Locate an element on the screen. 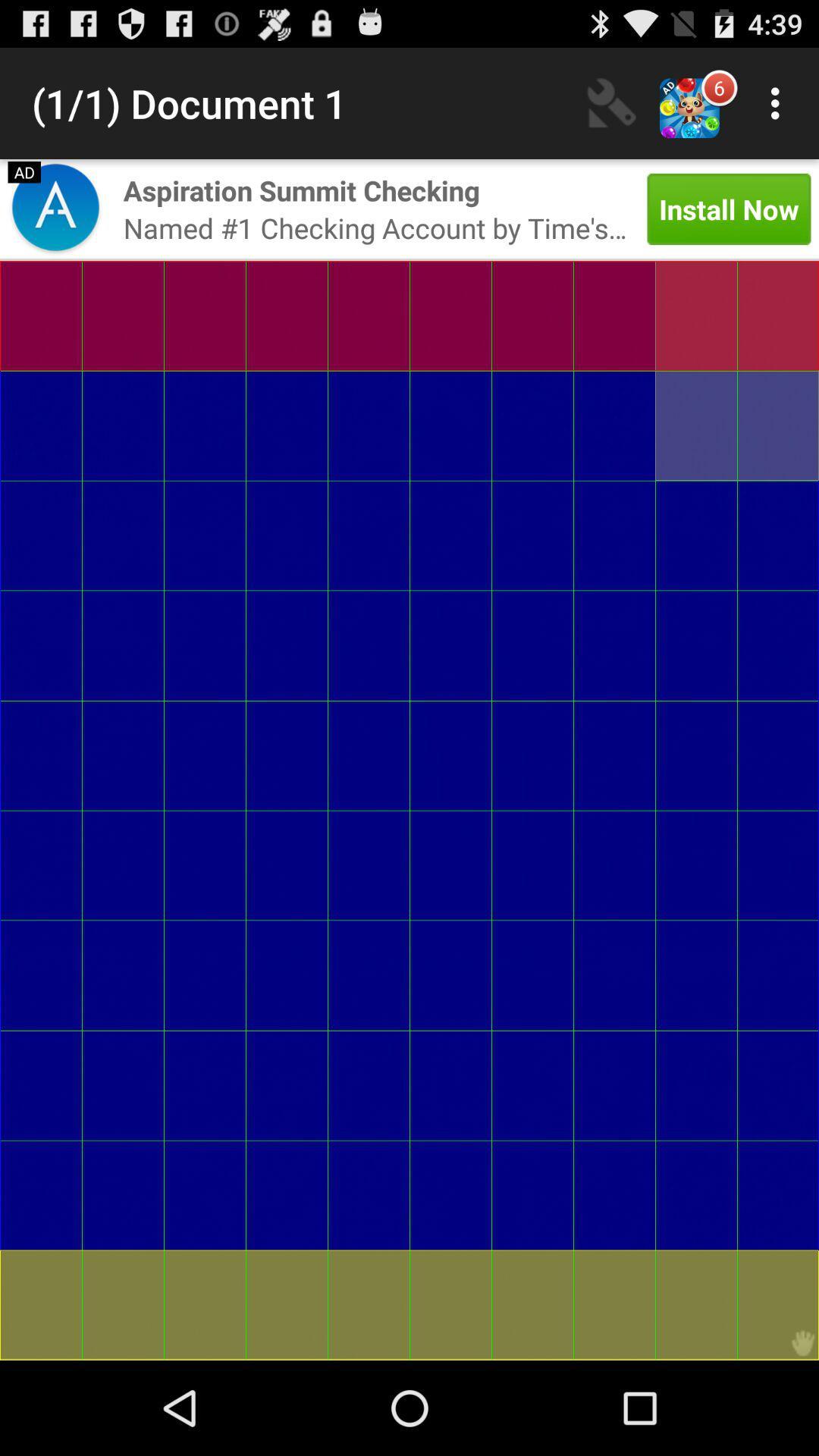 The image size is (819, 1456). the icon above the install now is located at coordinates (779, 102).